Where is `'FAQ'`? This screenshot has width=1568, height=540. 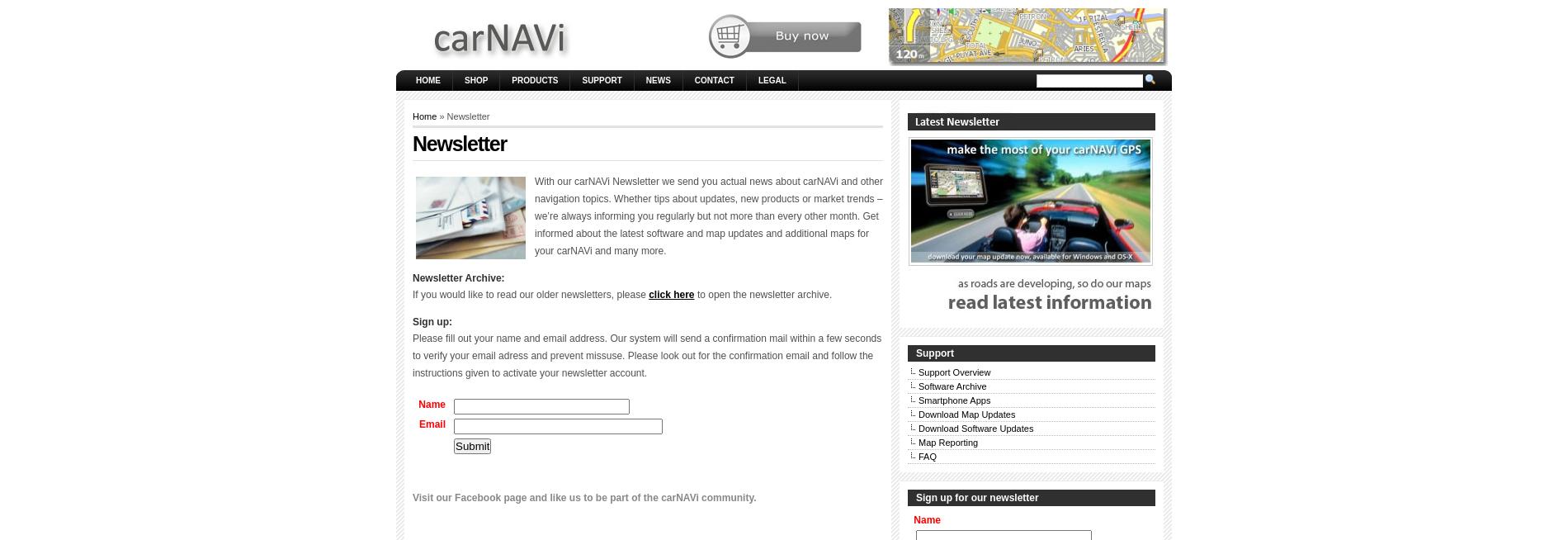 'FAQ' is located at coordinates (928, 456).